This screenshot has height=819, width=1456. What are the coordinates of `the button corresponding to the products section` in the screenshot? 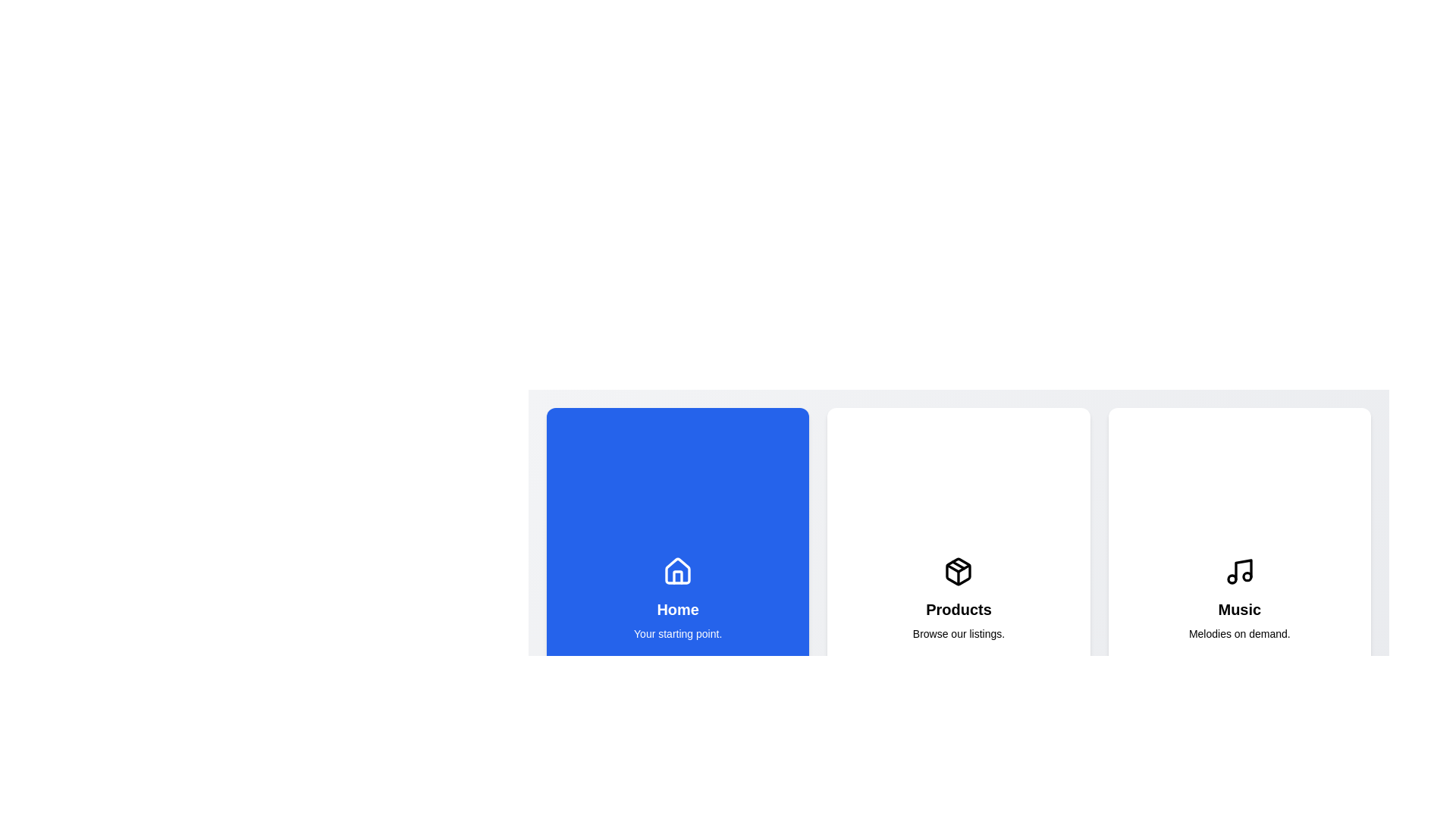 It's located at (957, 598).